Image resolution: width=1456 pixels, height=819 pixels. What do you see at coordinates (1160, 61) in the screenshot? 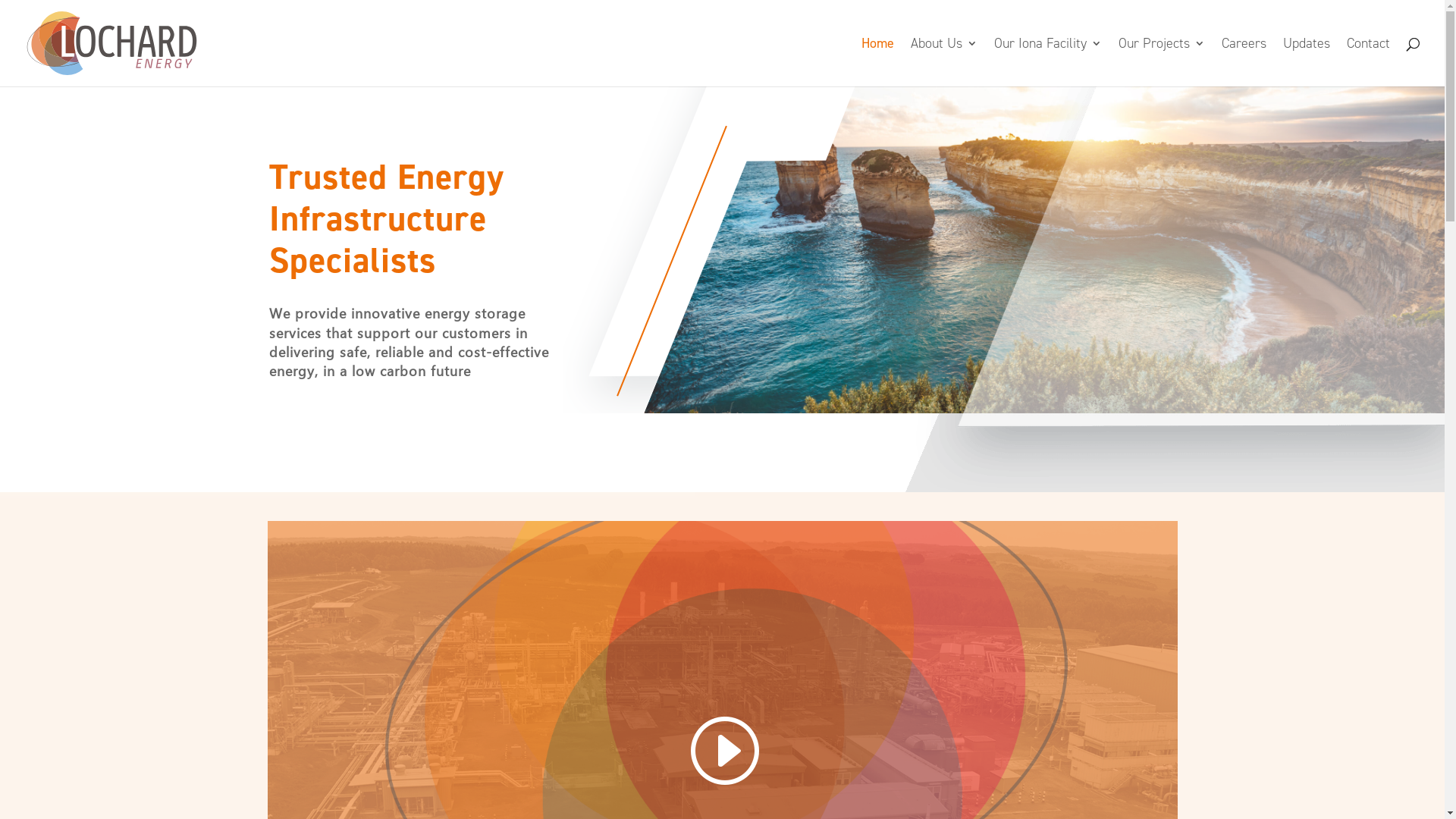
I see `'Our Projects'` at bounding box center [1160, 61].